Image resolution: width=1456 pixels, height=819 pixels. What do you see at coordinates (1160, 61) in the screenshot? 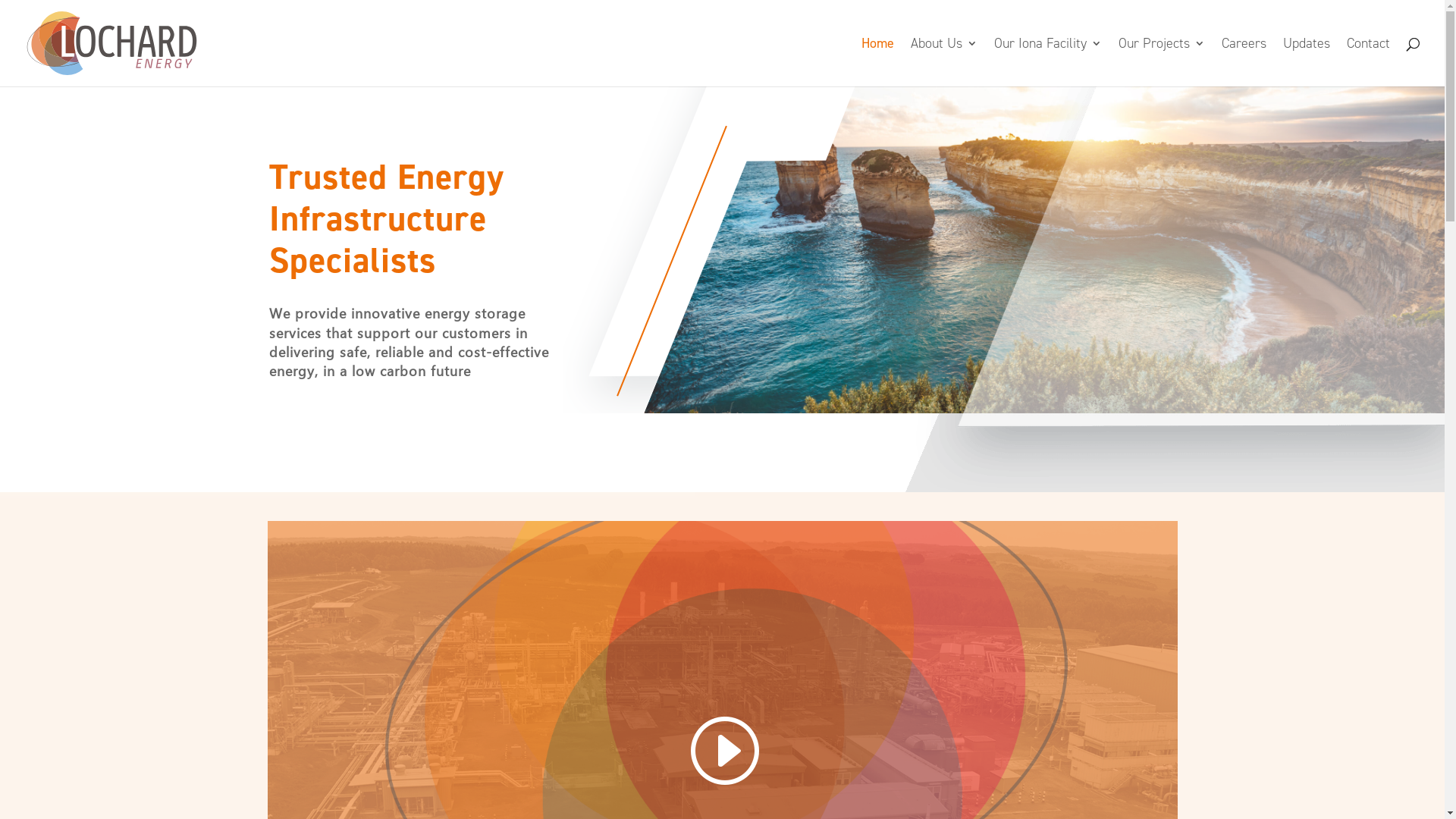
I see `'Our Projects'` at bounding box center [1160, 61].